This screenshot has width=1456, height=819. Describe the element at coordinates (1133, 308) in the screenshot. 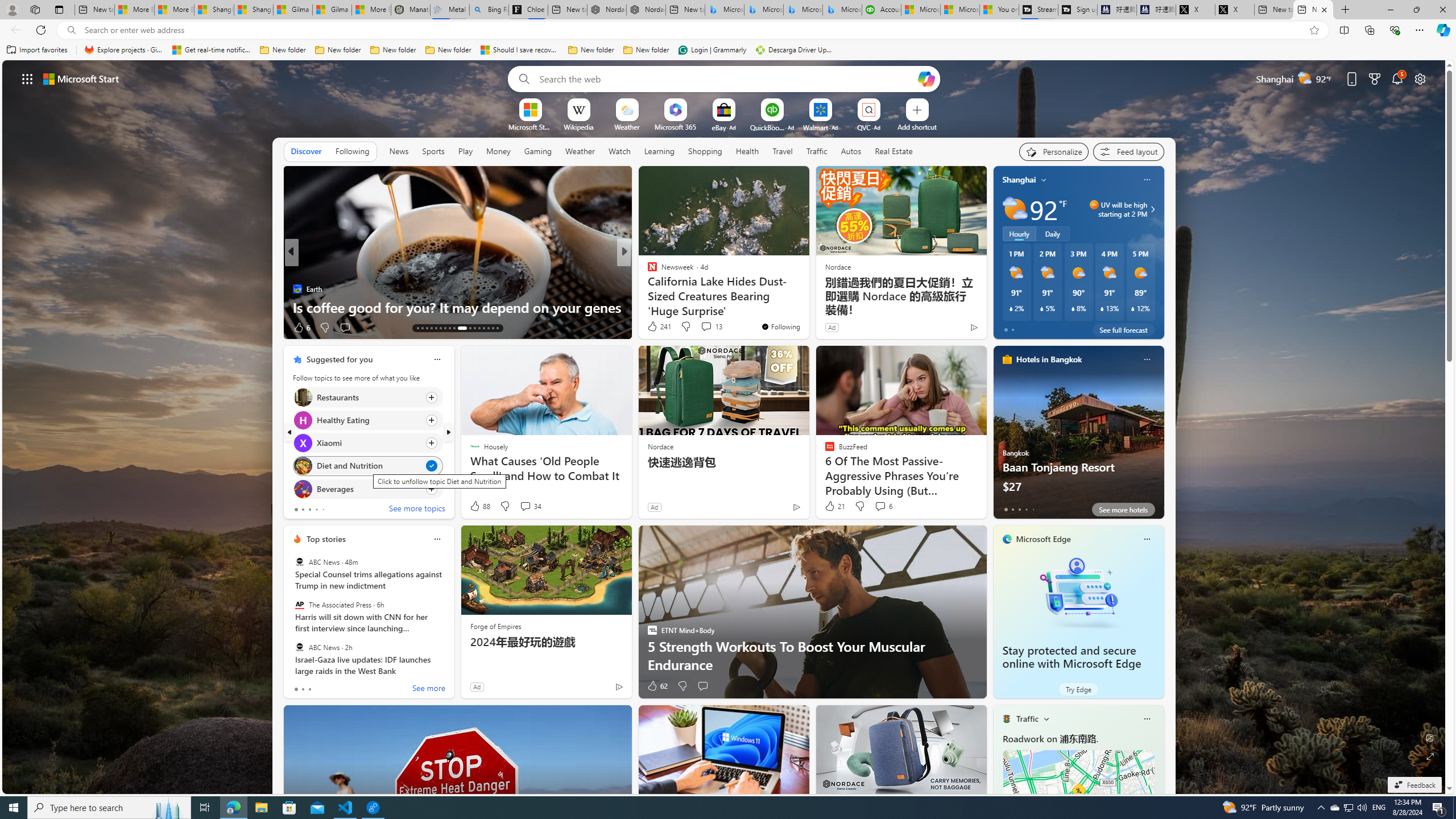

I see `'Class: weather-current-precipitation-glyph'` at that location.